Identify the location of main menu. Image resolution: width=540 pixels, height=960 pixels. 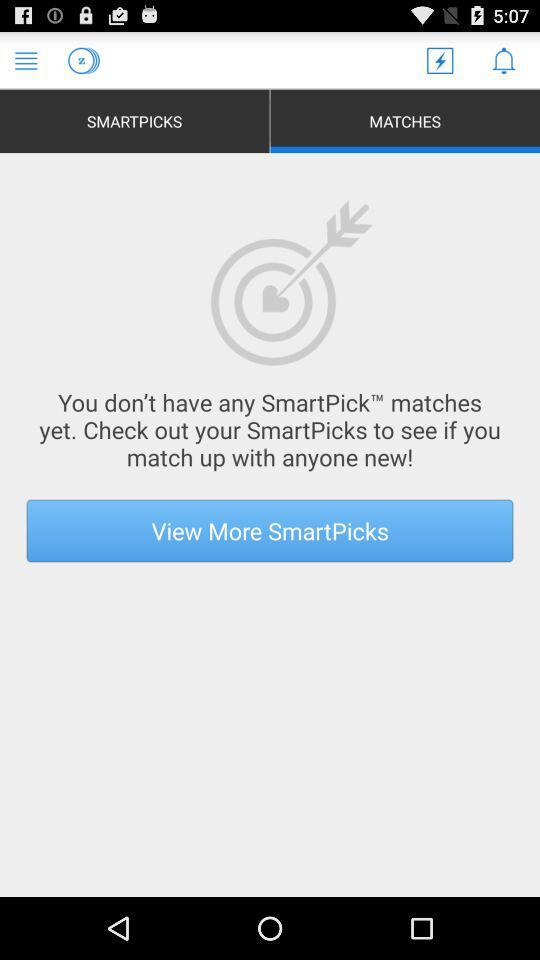
(25, 59).